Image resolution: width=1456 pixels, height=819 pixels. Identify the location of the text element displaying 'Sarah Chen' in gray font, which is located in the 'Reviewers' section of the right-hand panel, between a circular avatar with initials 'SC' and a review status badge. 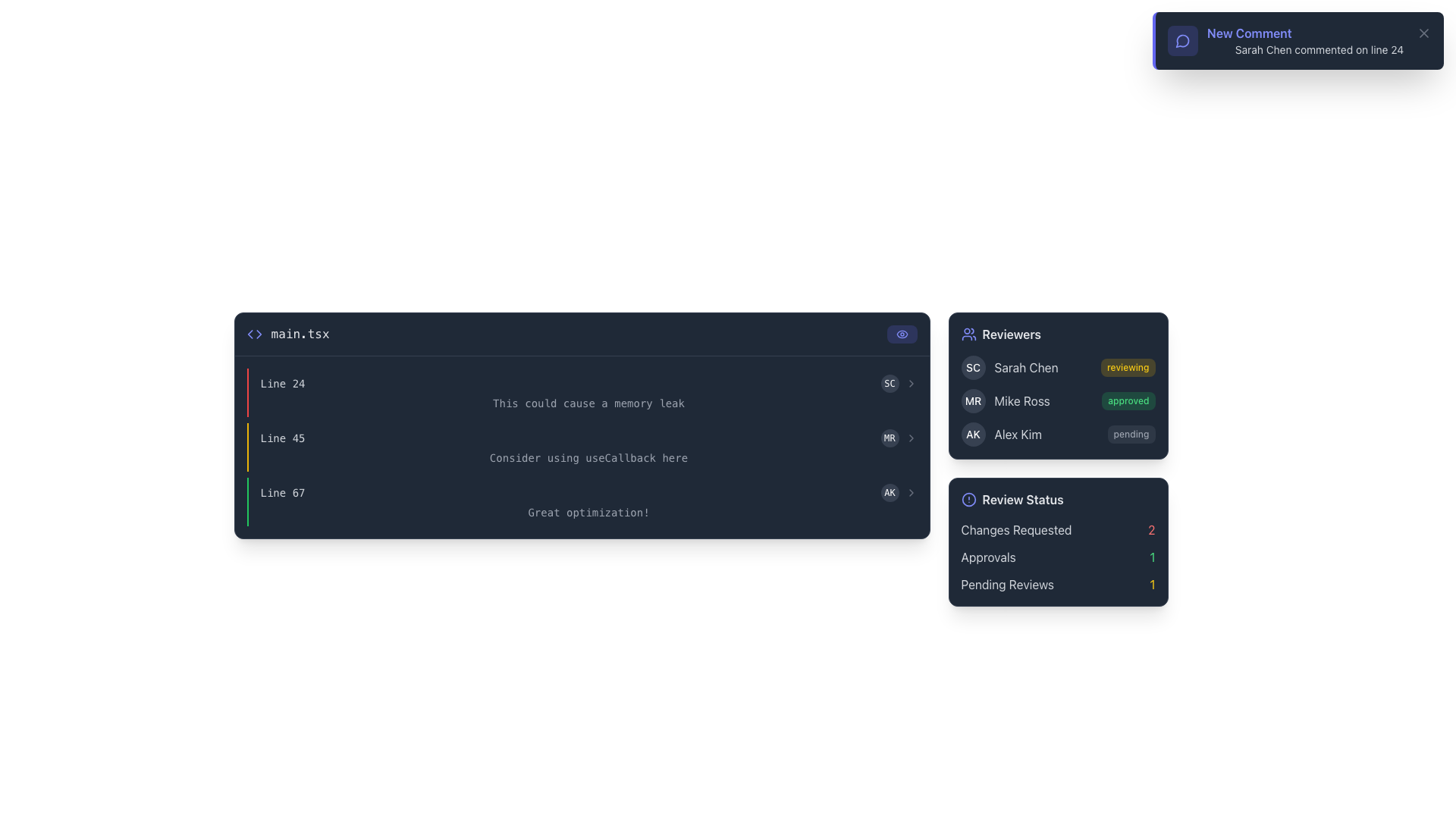
(1026, 368).